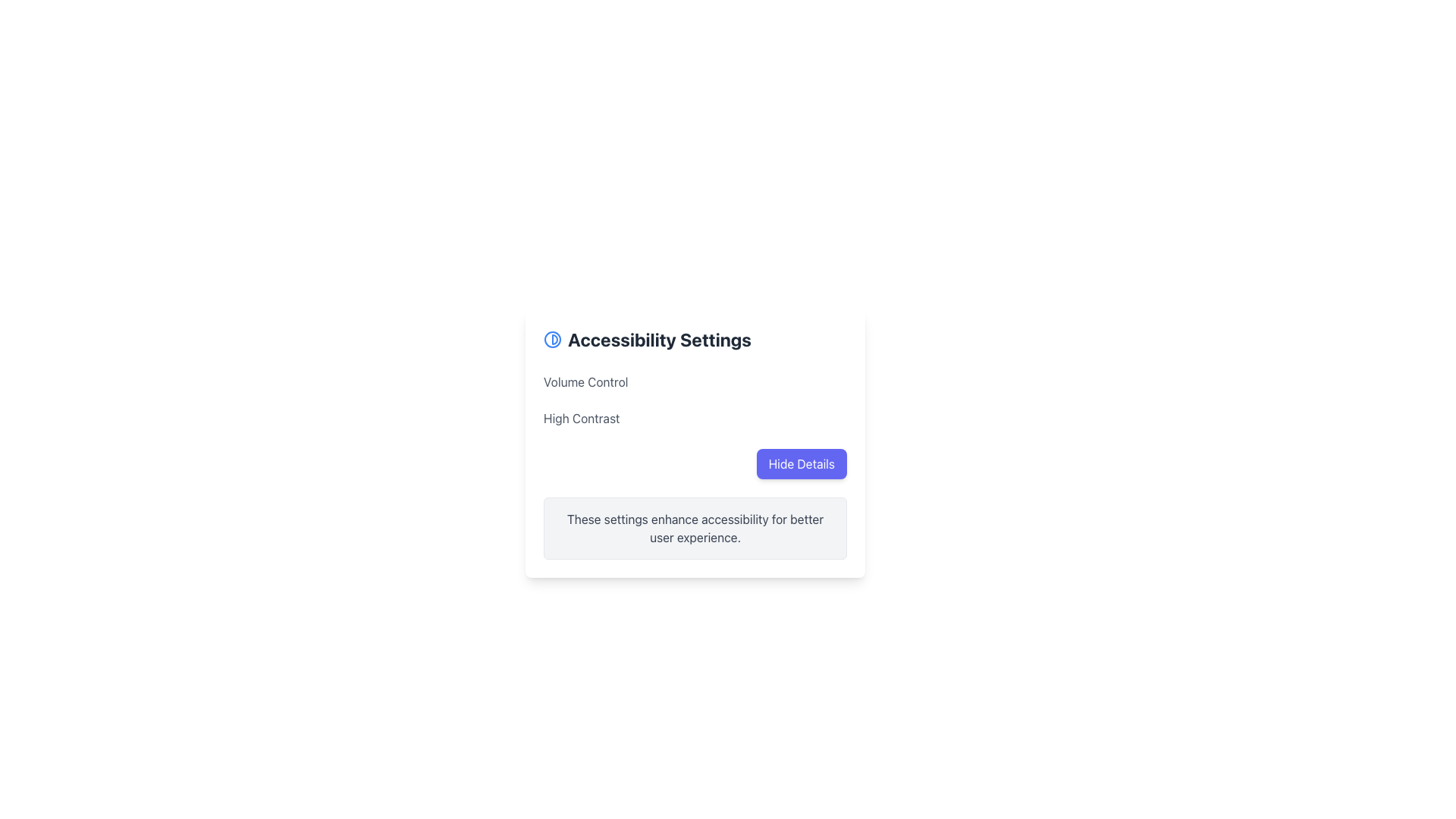  Describe the element at coordinates (694, 528) in the screenshot. I see `text content from the gray box with rounded corners that contains the text 'These settings enhance accessibility for better user experience.'` at that location.